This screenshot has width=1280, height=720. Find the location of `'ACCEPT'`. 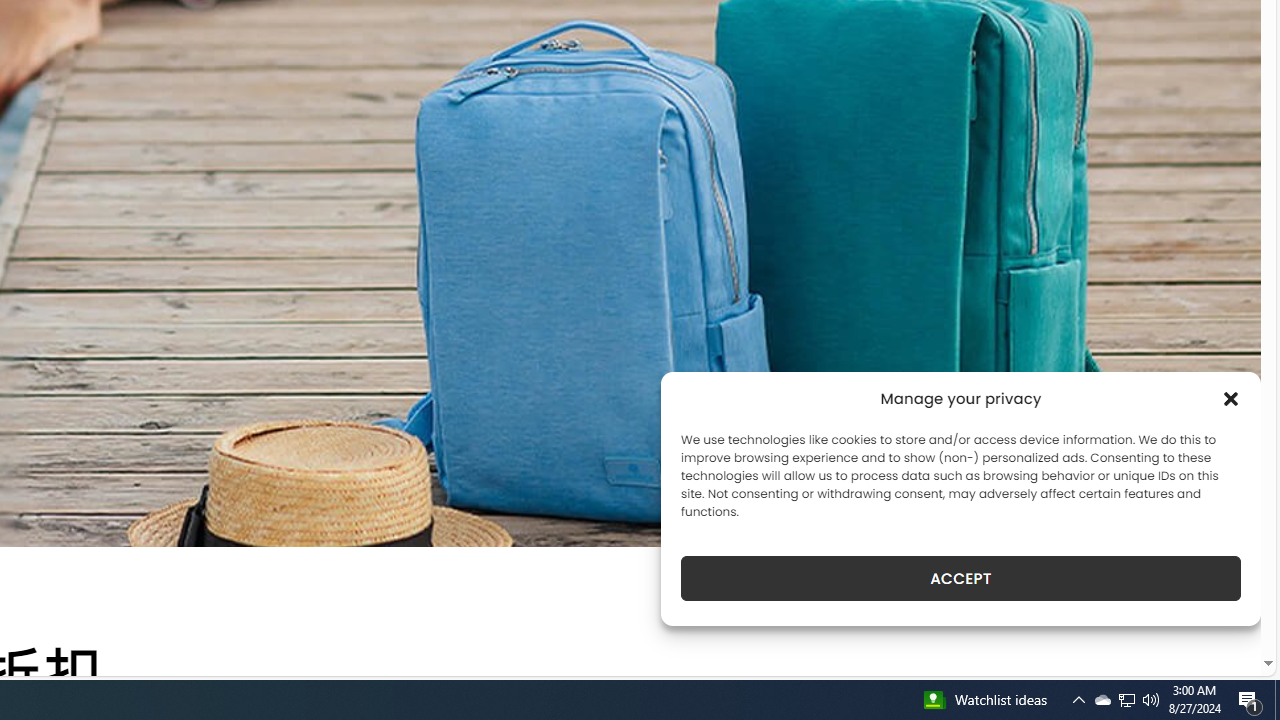

'ACCEPT' is located at coordinates (961, 578).